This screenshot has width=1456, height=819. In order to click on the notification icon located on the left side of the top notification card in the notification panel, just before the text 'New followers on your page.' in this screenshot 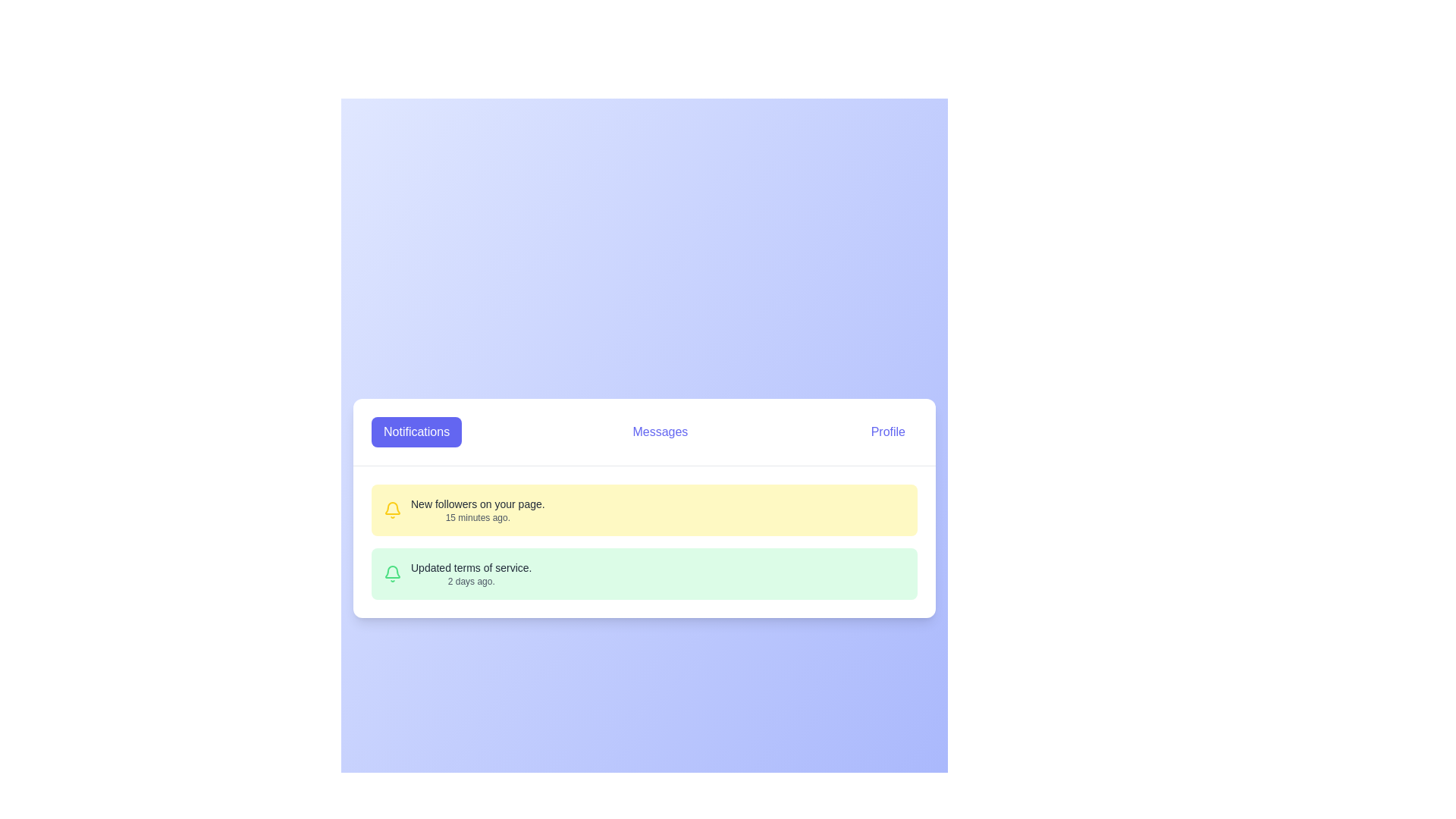, I will do `click(393, 509)`.